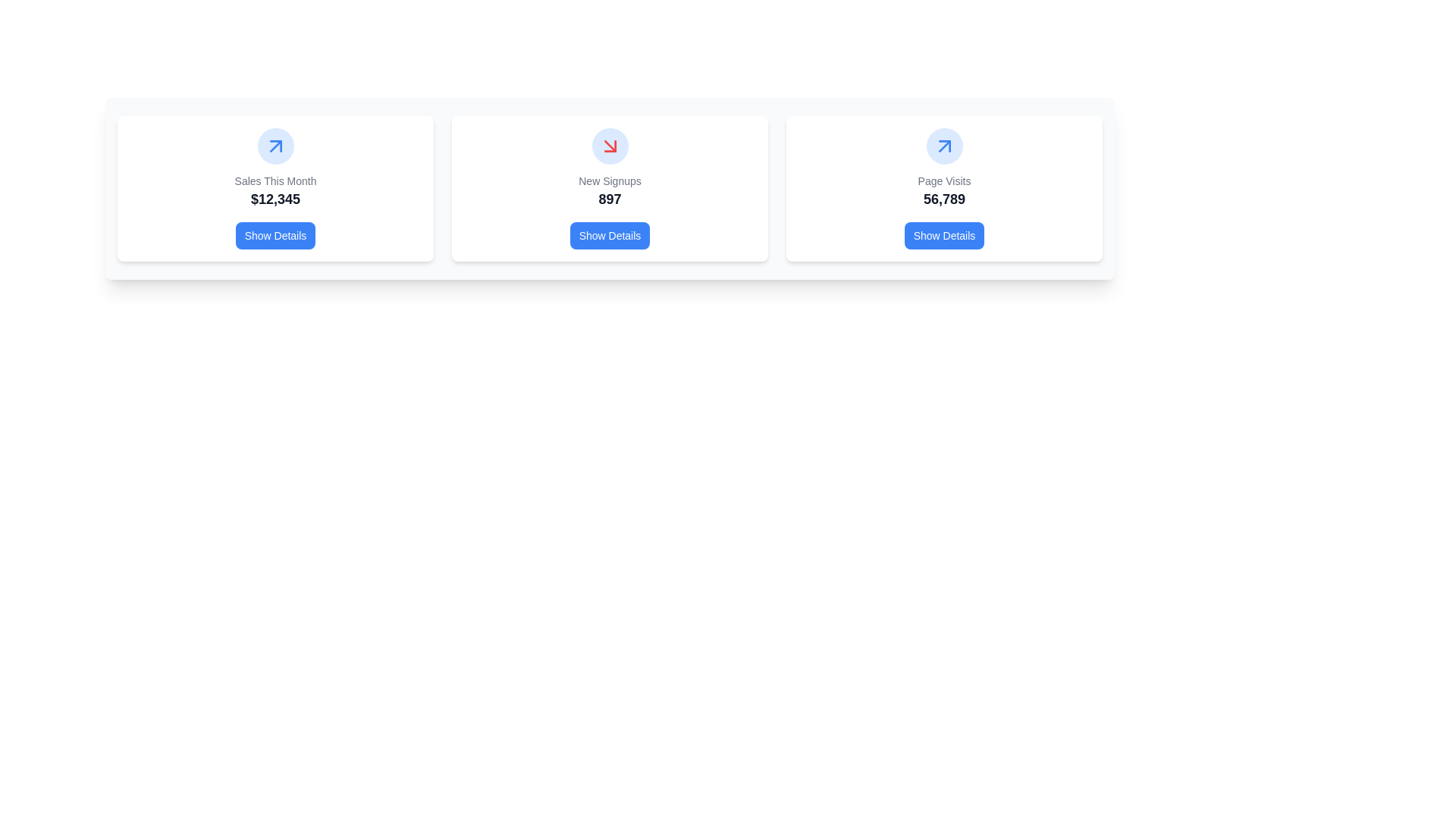 The height and width of the screenshot is (819, 1456). I want to click on the statistical figure text displaying the number of new signups, so click(610, 198).